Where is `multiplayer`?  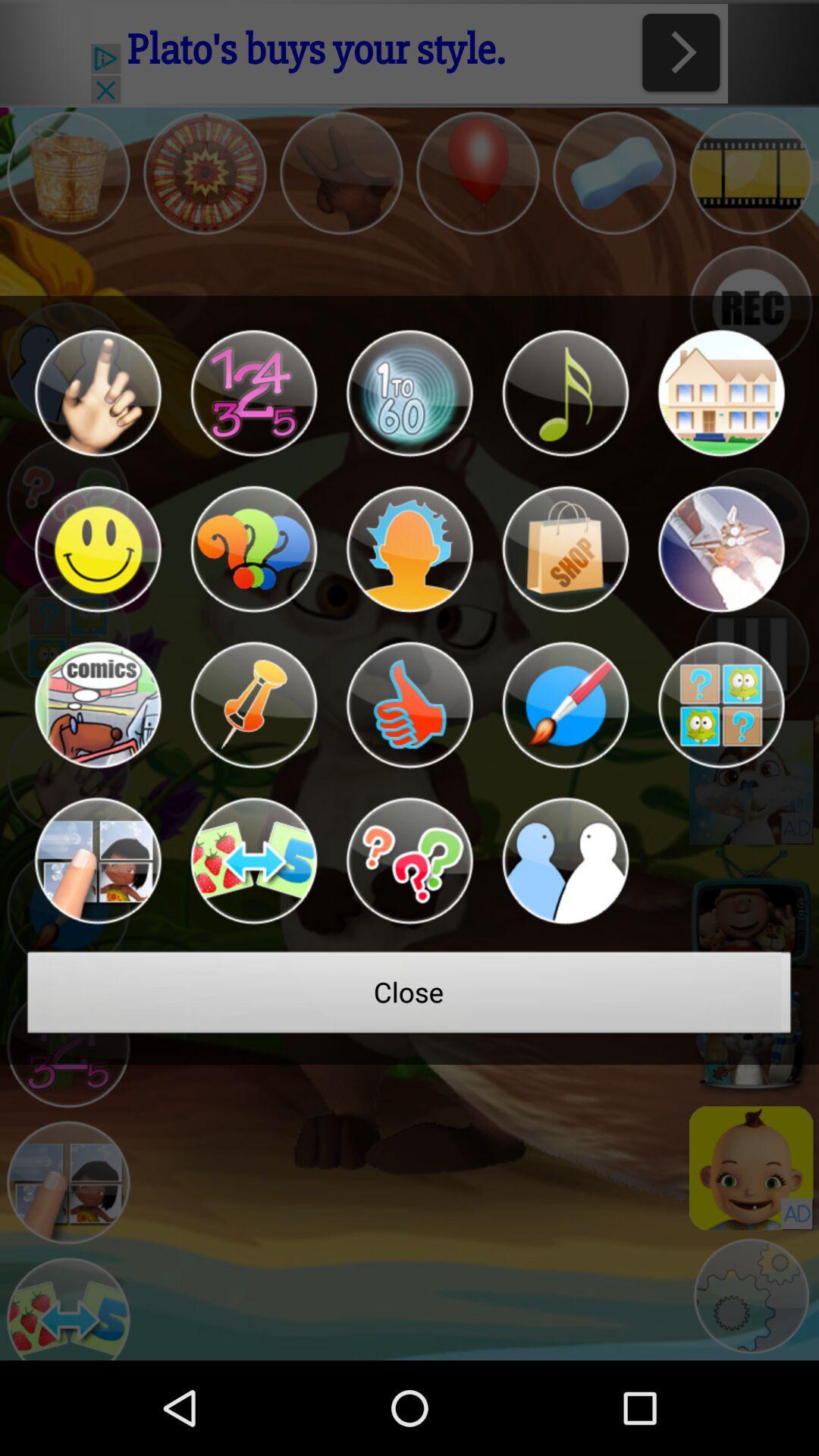 multiplayer is located at coordinates (565, 861).